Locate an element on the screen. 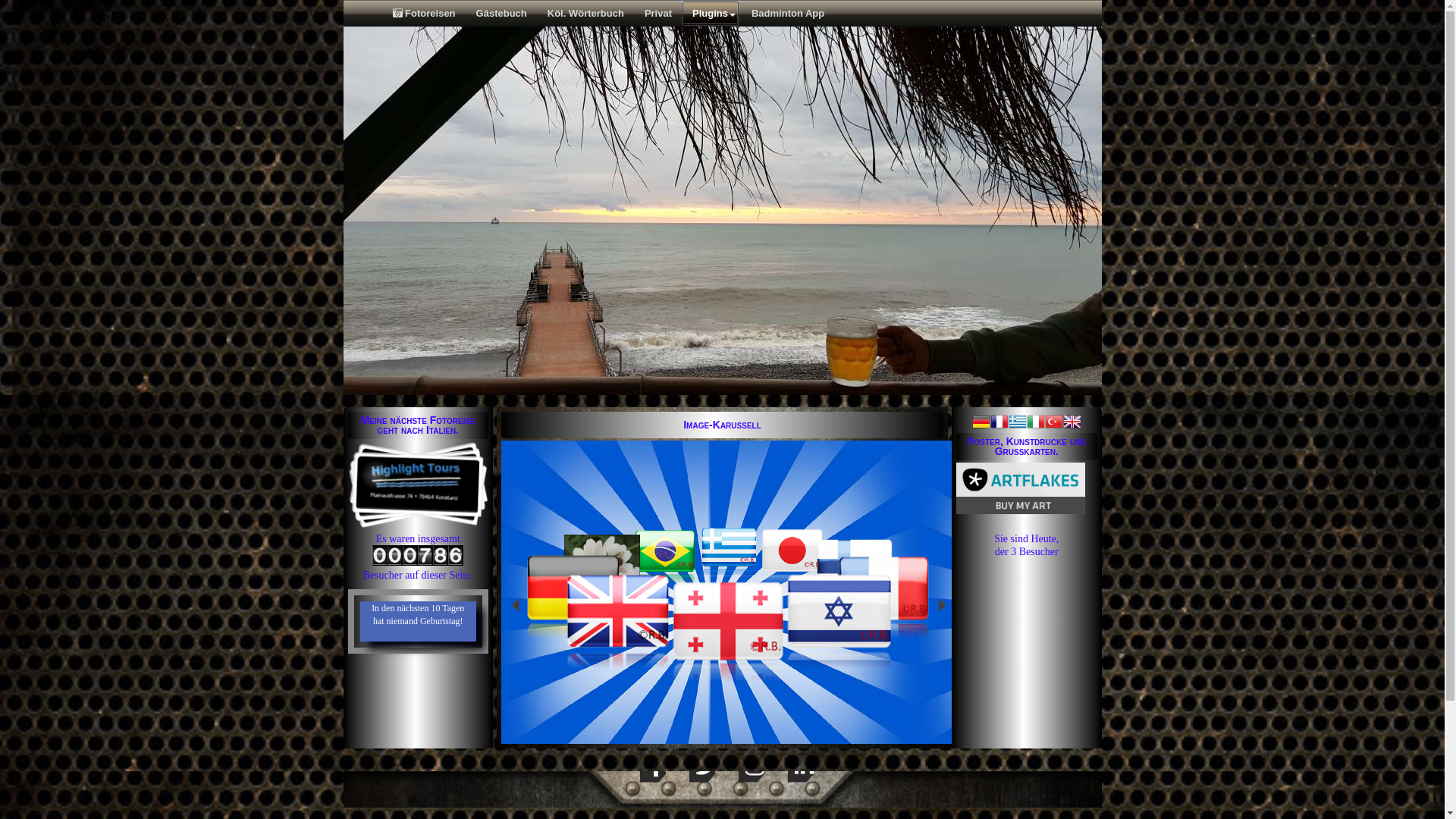  'Privat' is located at coordinates (657, 13).